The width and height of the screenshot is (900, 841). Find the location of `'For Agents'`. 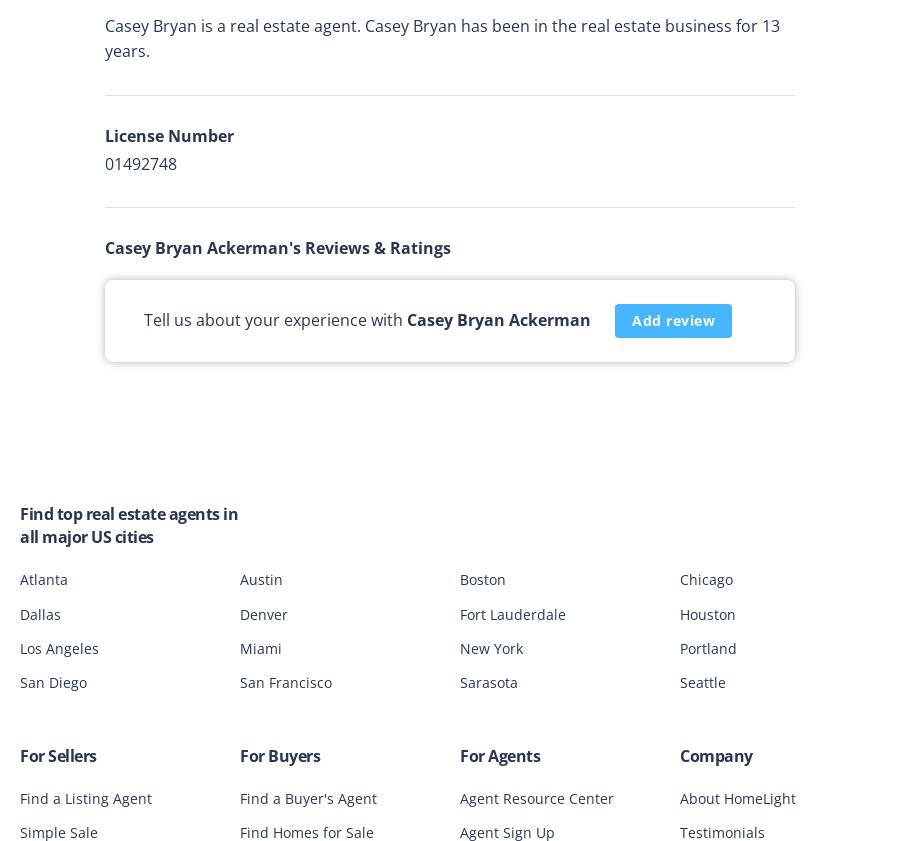

'For Agents' is located at coordinates (499, 754).